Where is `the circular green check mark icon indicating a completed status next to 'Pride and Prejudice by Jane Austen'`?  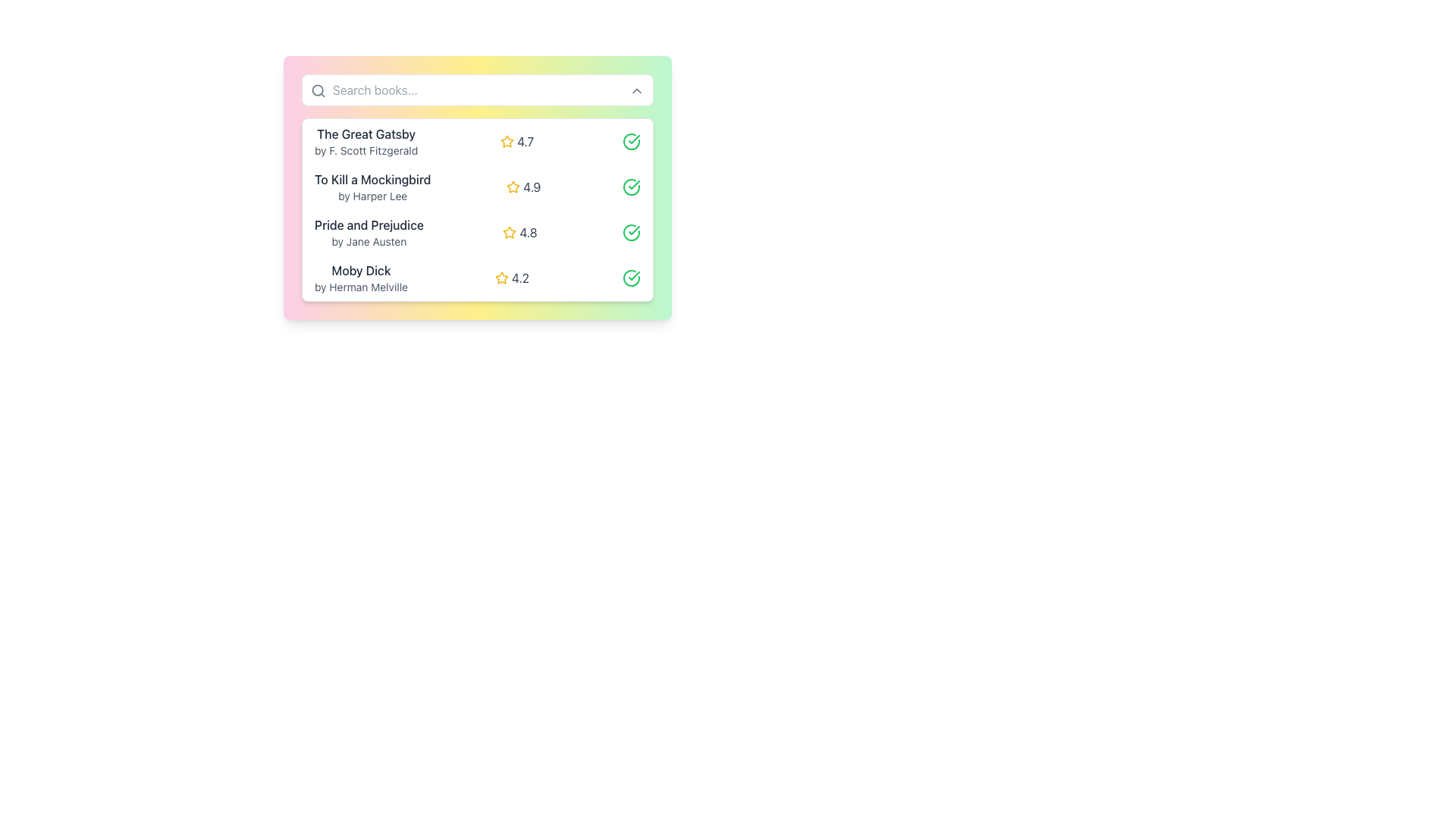 the circular green check mark icon indicating a completed status next to 'Pride and Prejudice by Jane Austen' is located at coordinates (632, 233).